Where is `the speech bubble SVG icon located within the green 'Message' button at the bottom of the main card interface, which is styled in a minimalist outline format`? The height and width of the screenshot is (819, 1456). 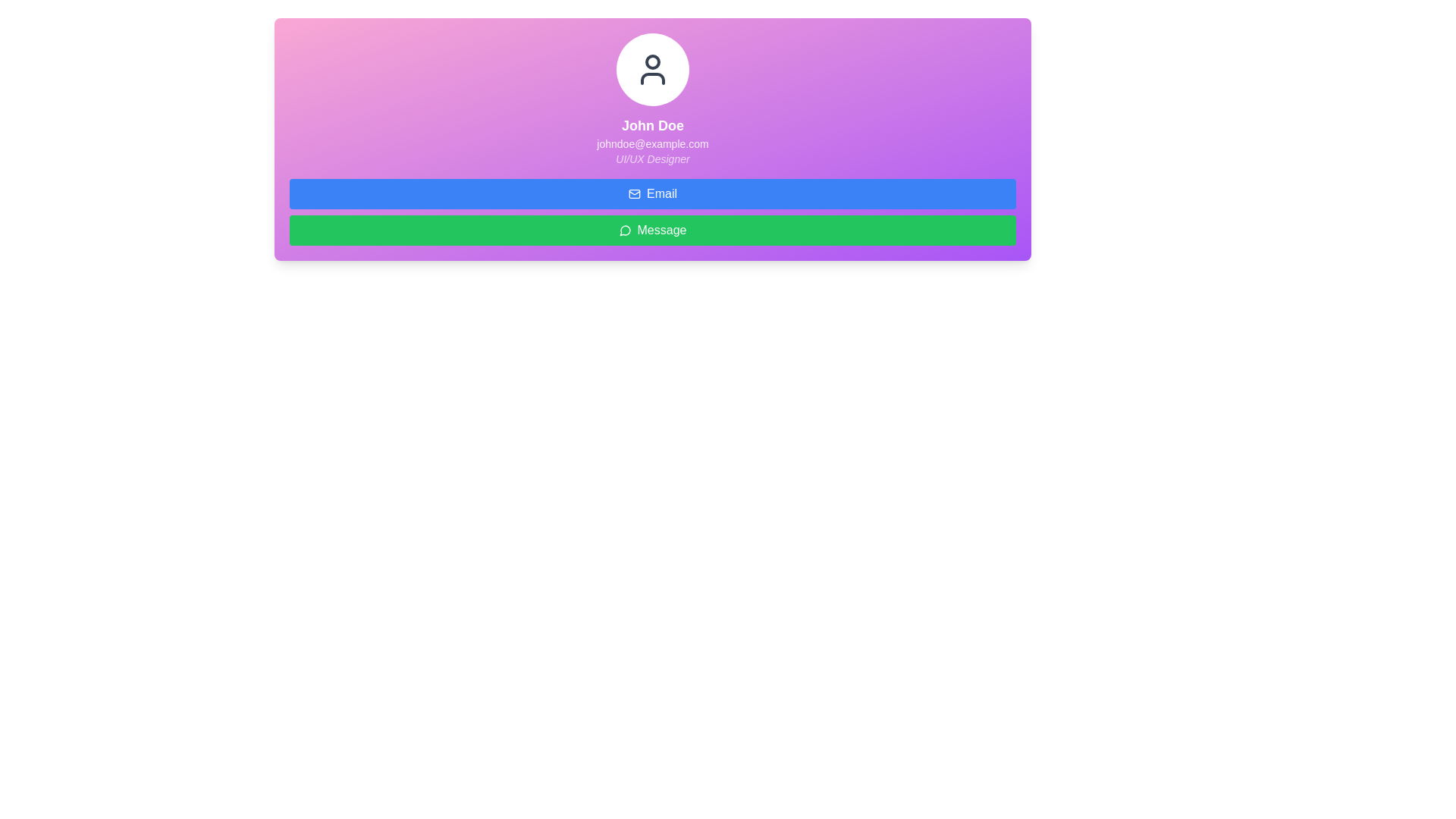 the speech bubble SVG icon located within the green 'Message' button at the bottom of the main card interface, which is styled in a minimalist outline format is located at coordinates (625, 231).